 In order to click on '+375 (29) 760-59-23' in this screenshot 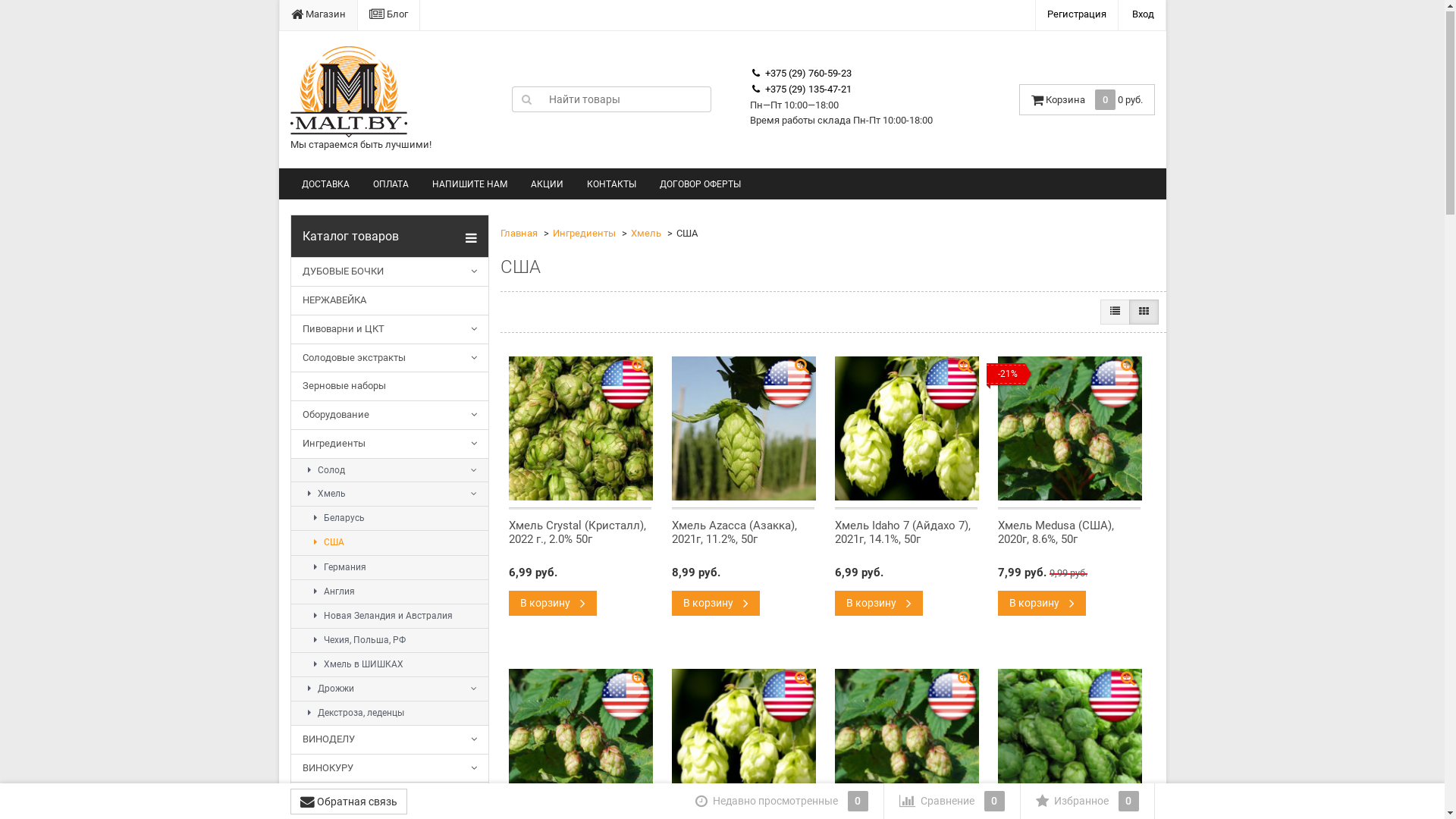, I will do `click(800, 74)`.